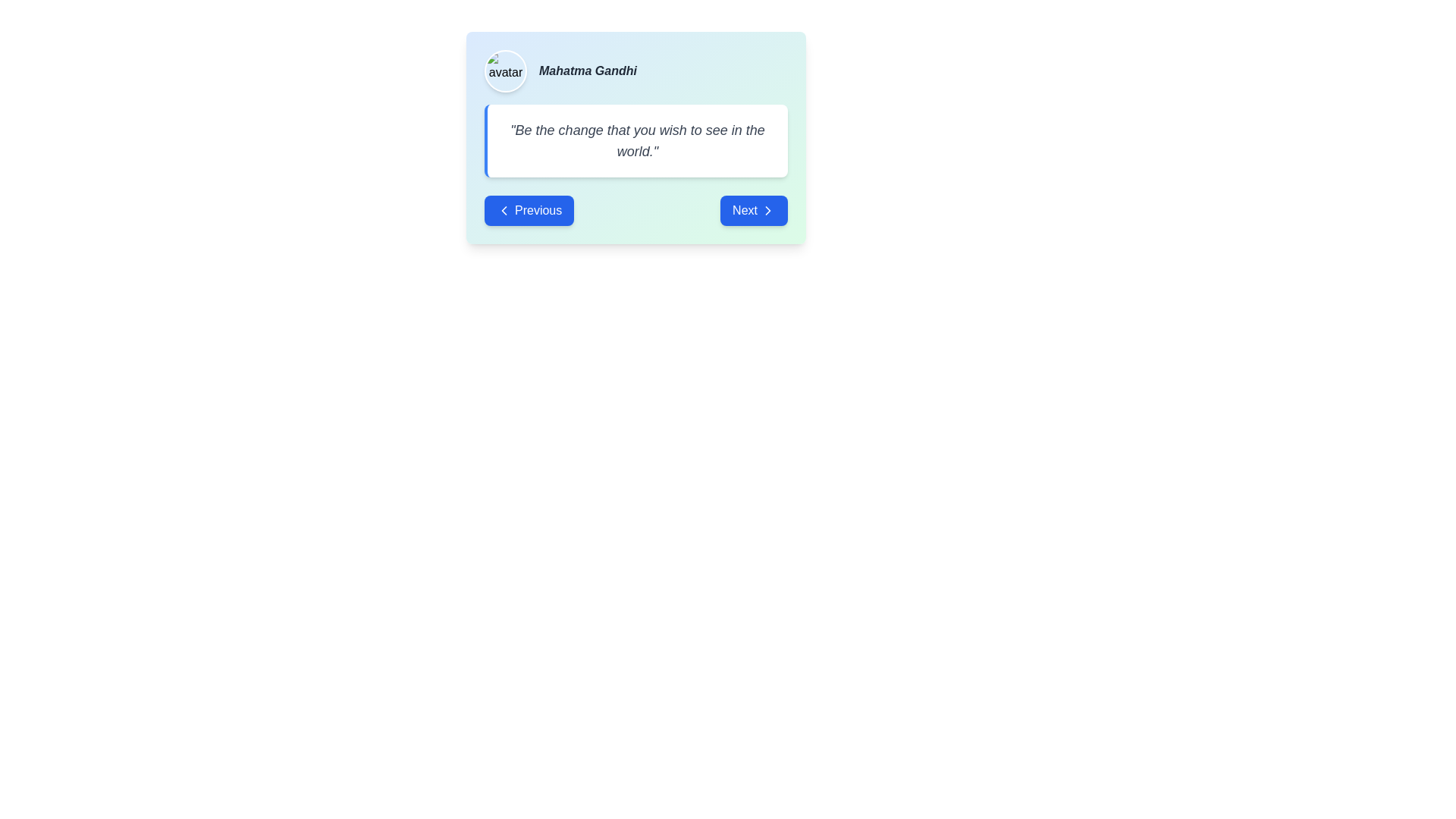 Image resolution: width=1456 pixels, height=819 pixels. I want to click on the Navigation control buttons labeled 'Previous' and 'Next', so click(636, 210).